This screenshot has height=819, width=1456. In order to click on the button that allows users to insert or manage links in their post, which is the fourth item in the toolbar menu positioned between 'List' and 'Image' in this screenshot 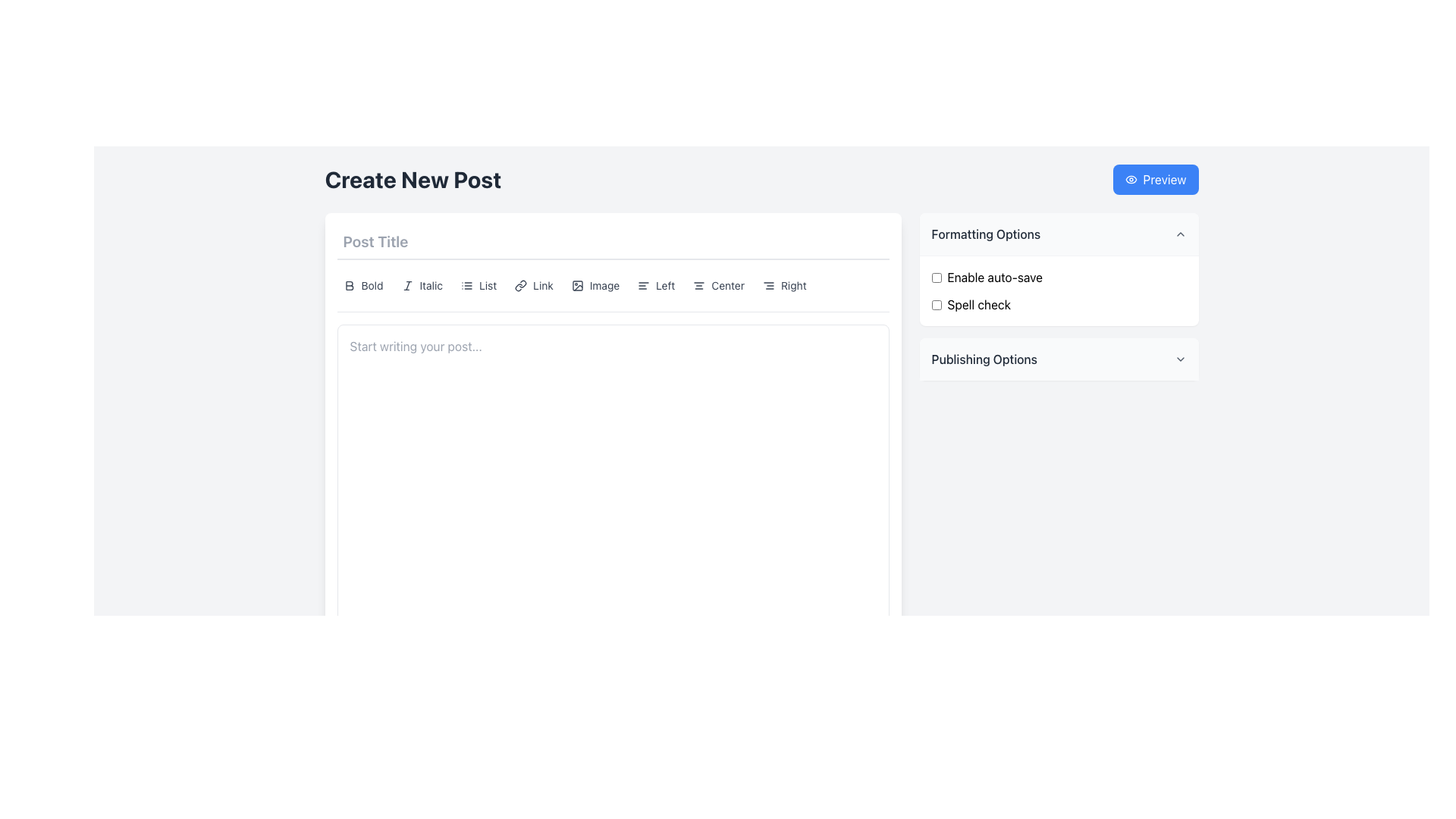, I will do `click(534, 286)`.